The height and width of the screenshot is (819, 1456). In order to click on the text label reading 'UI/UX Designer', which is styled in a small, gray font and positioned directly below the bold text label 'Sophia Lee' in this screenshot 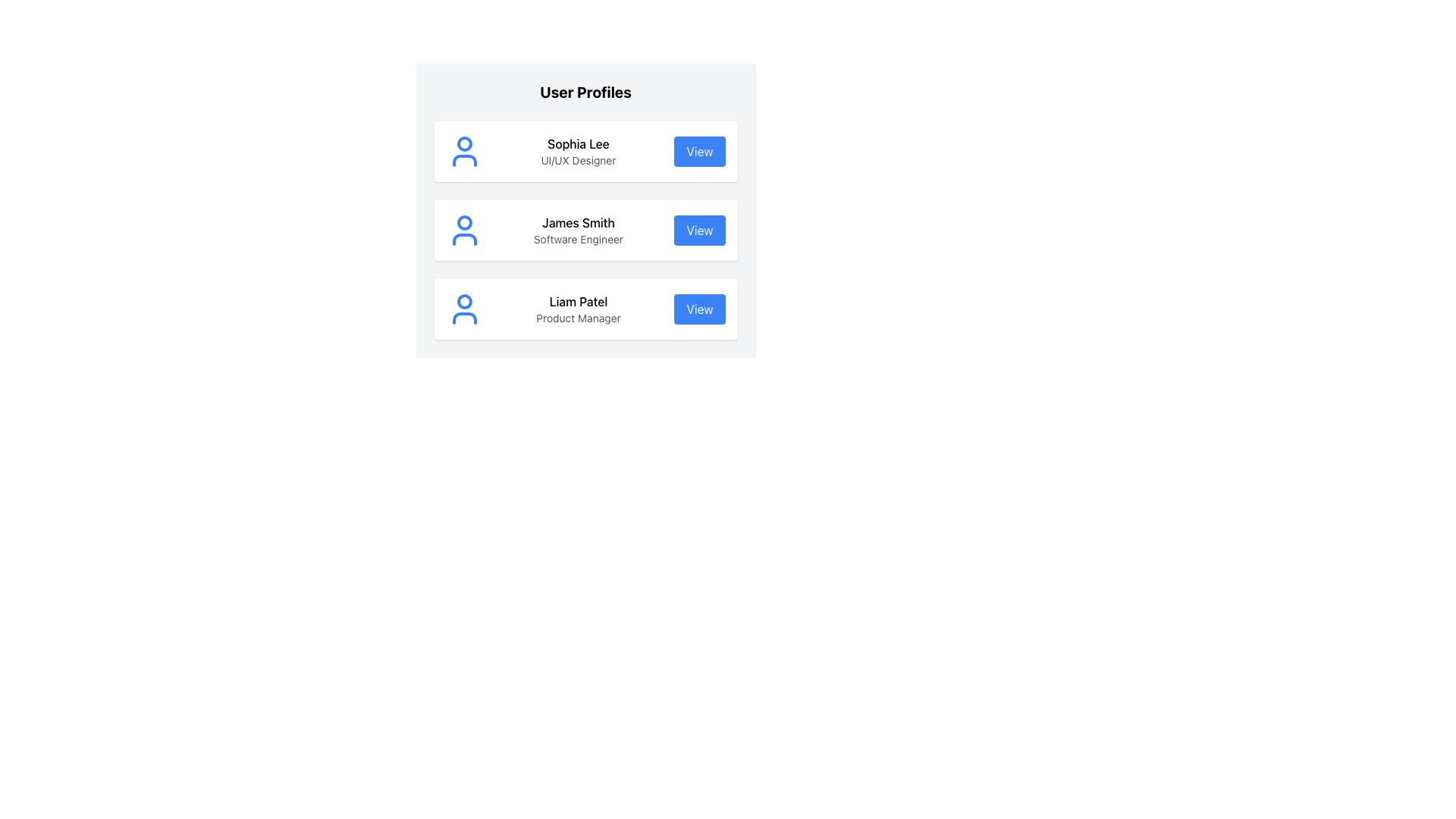, I will do `click(578, 161)`.